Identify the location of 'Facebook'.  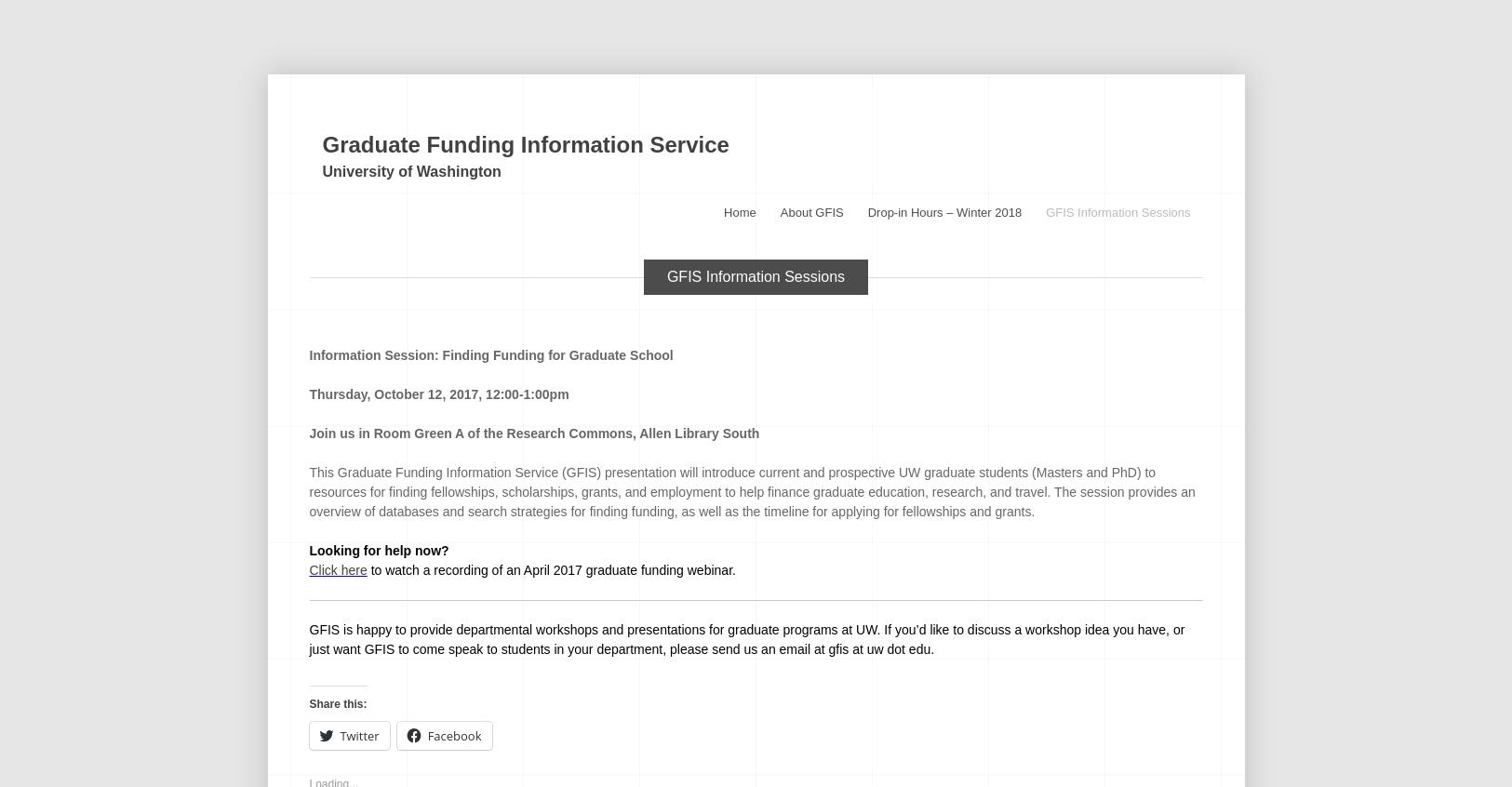
(452, 736).